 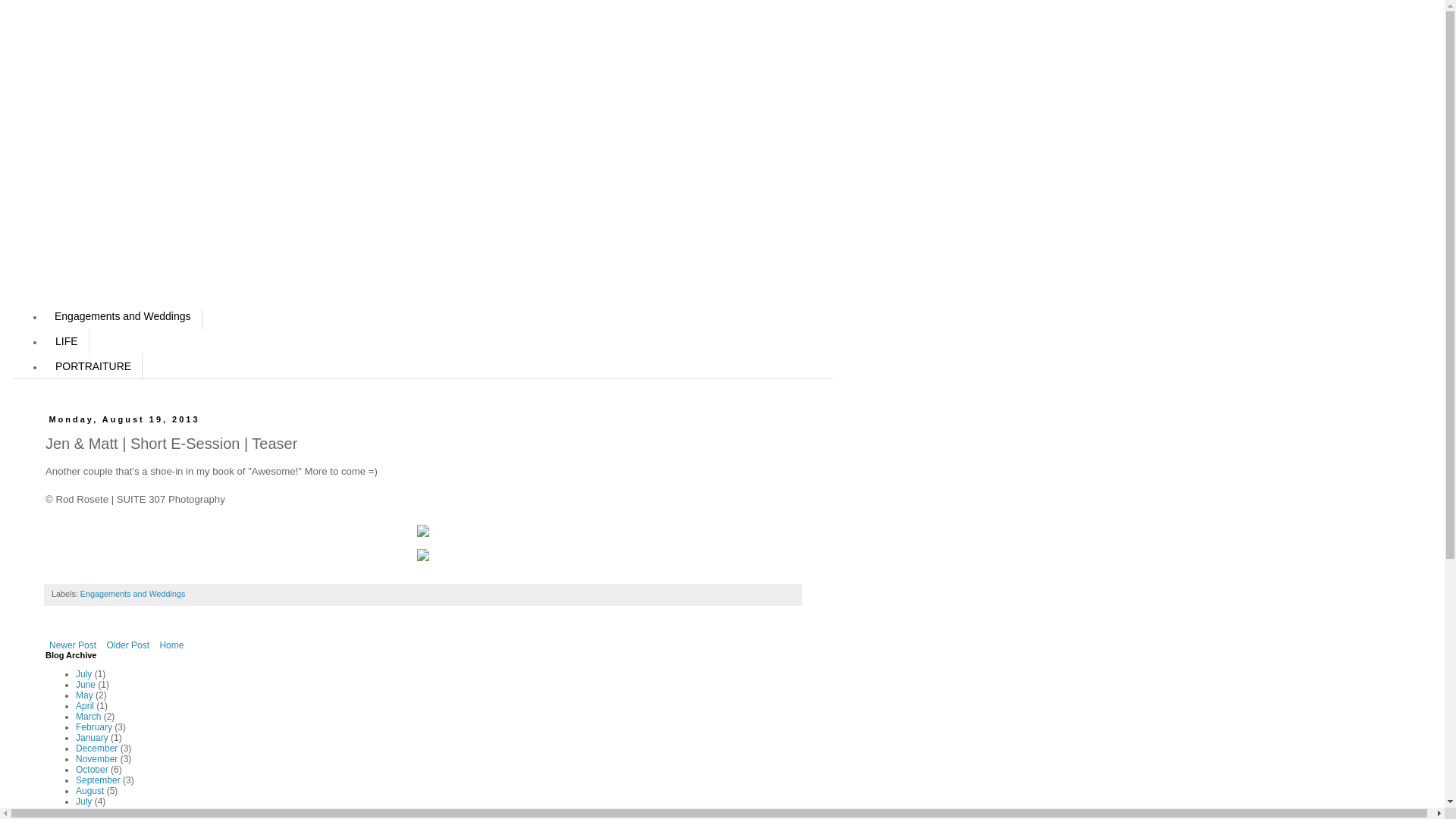 I want to click on 'Facebook', so click(x=78, y=215).